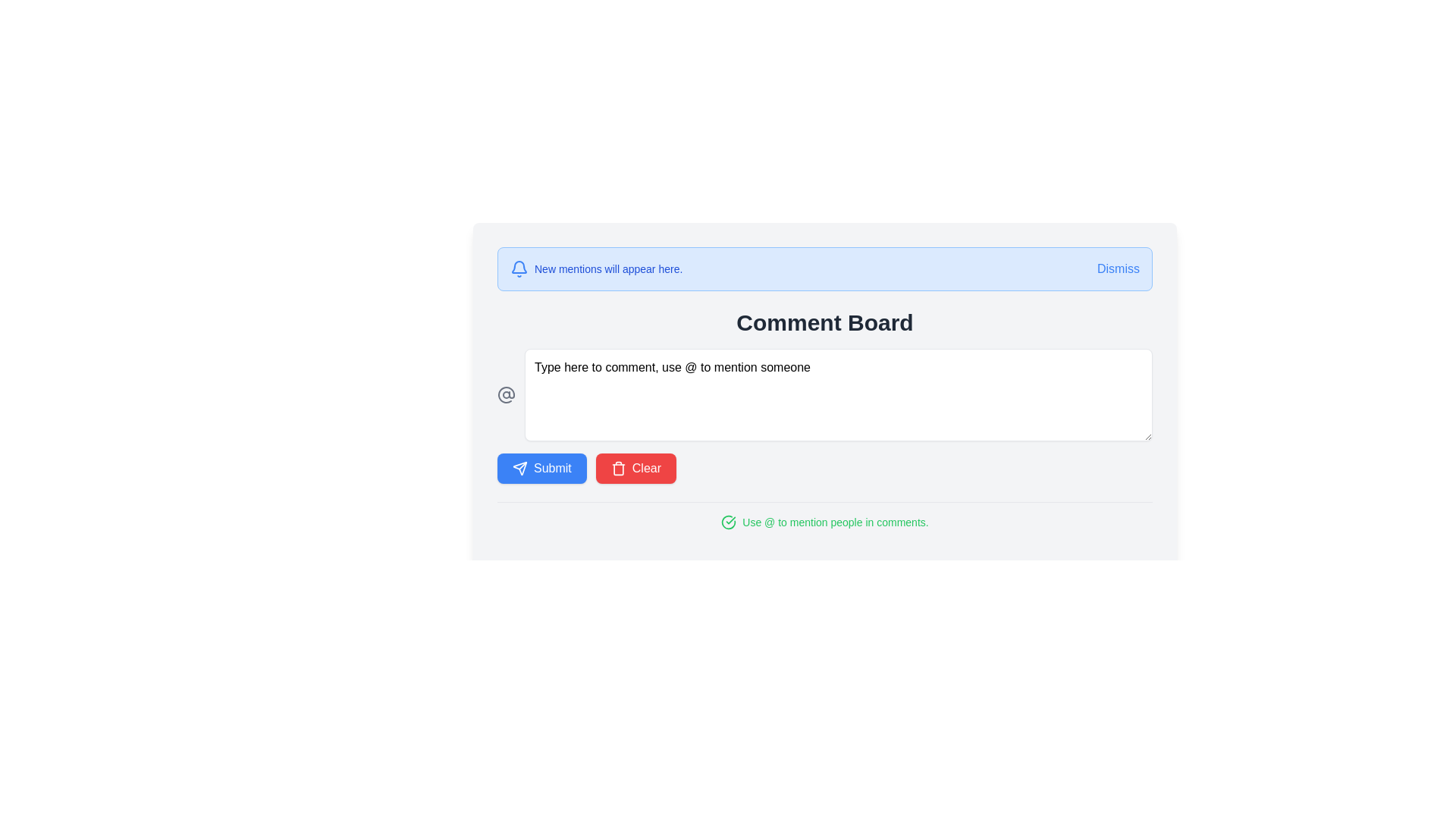  Describe the element at coordinates (519, 268) in the screenshot. I see `the bell icon located at the top of the notification banner, which serves as a visual cue for notifications` at that location.